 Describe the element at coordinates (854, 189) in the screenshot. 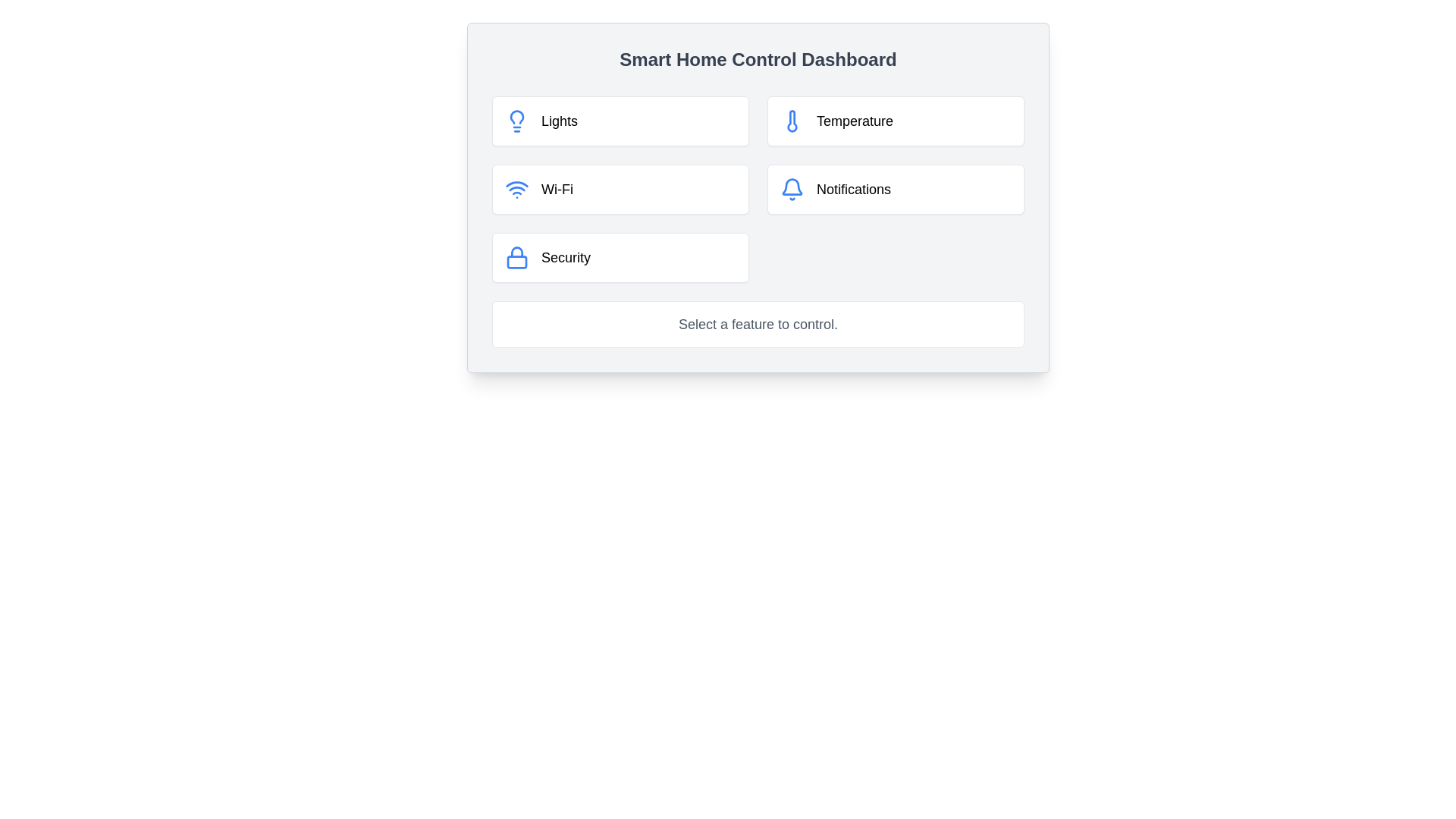

I see `the 'Notifications' text label, which is displayed in a medium-sized font within a white, rounded box, positioned to the right of a bell icon` at that location.